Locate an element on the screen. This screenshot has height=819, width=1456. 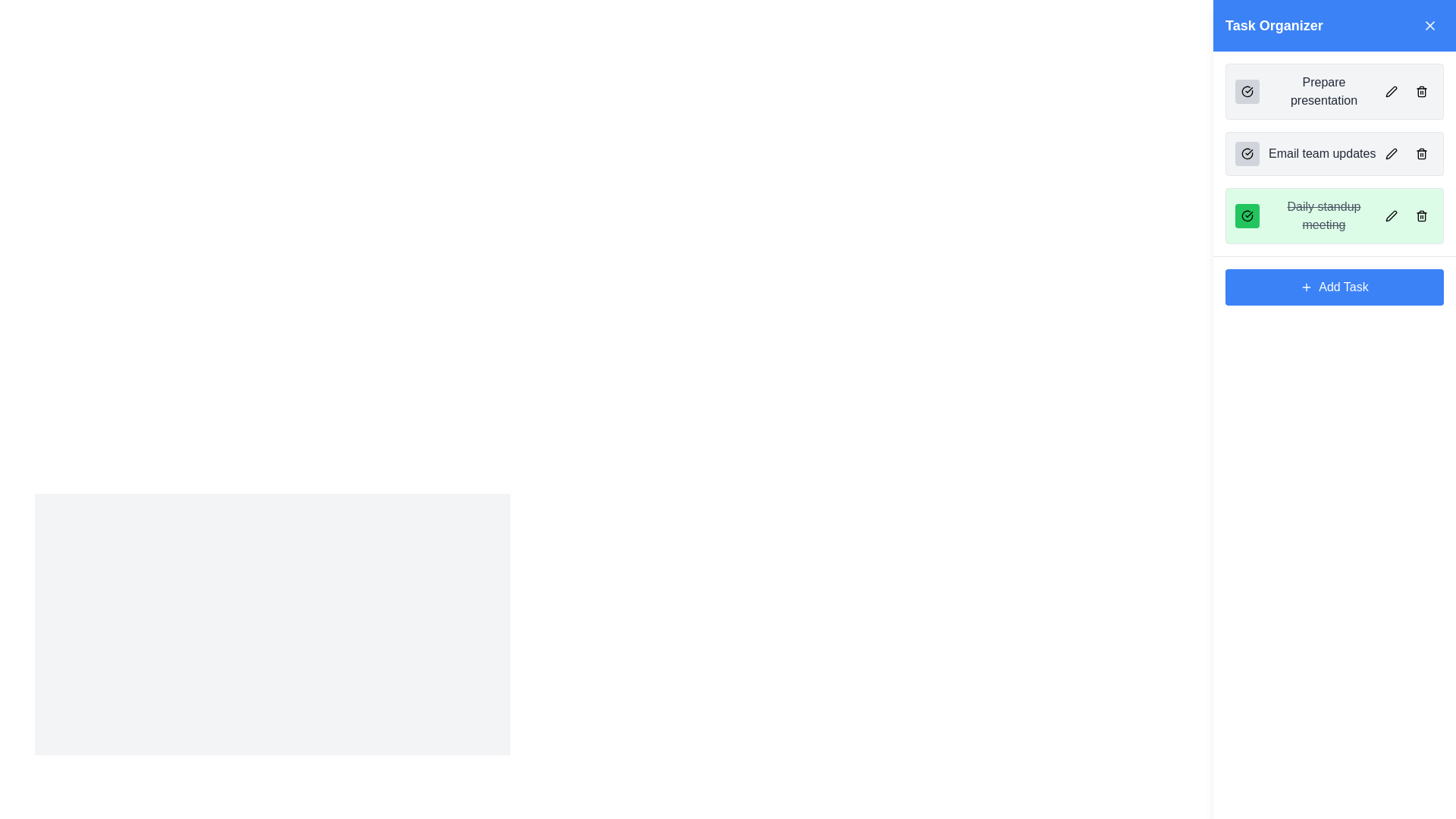
the completion icon located in the first task row titled 'Prepare presentation' in the task organizer panel is located at coordinates (1247, 91).